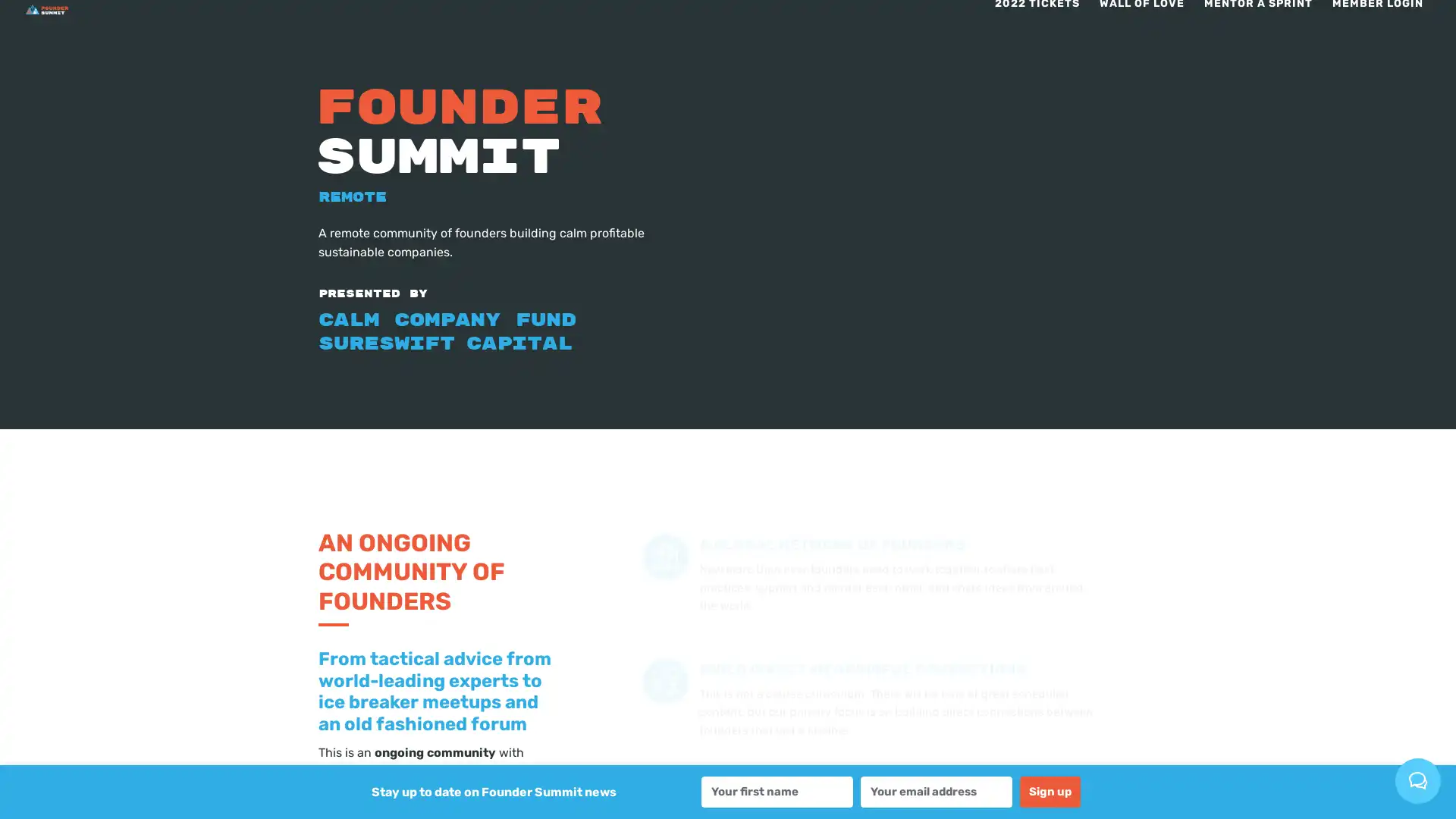 The height and width of the screenshot is (819, 1456). What do you see at coordinates (1050, 791) in the screenshot?
I see `Sign up` at bounding box center [1050, 791].